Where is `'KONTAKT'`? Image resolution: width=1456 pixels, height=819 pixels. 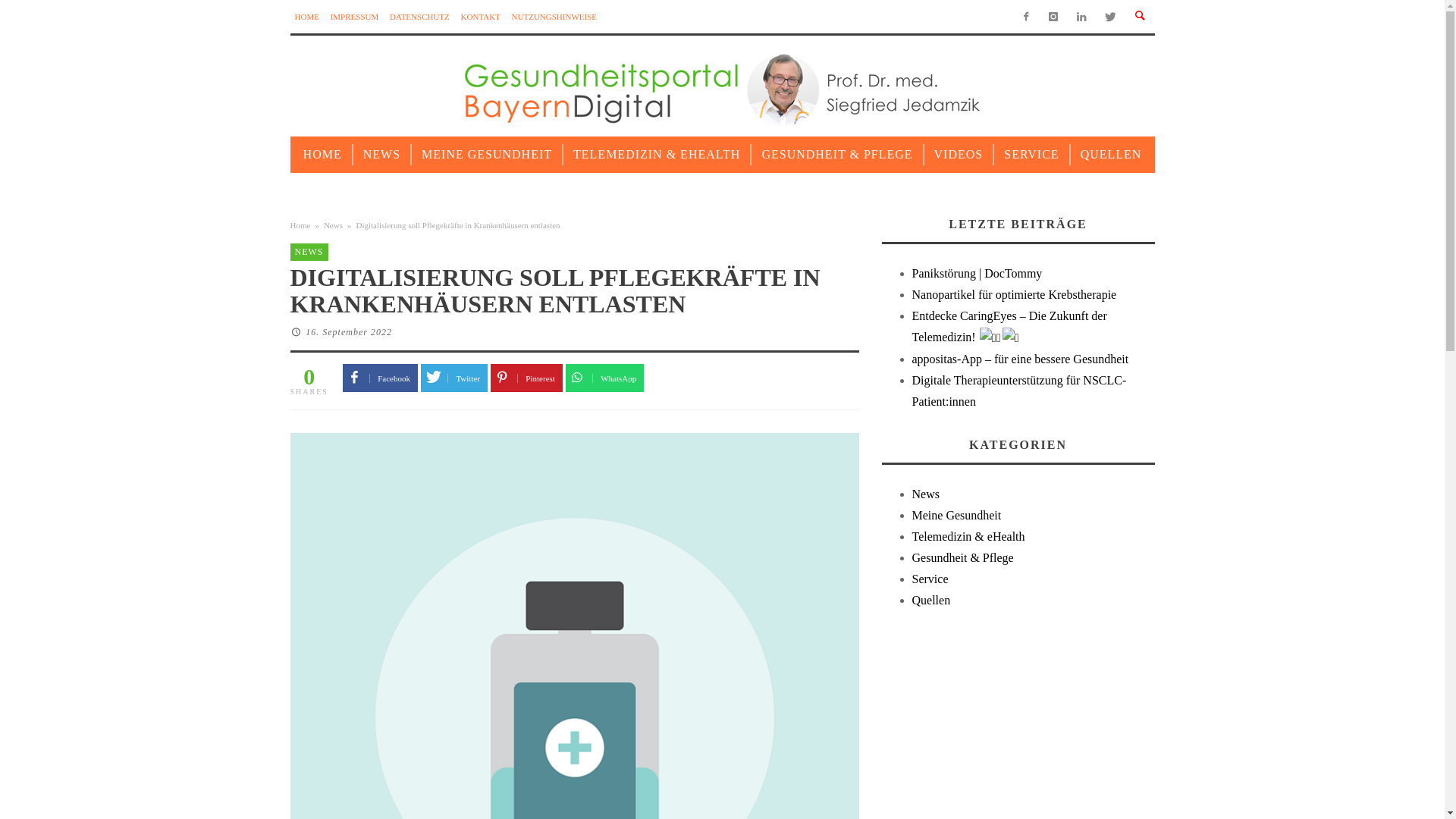 'KONTAKT' is located at coordinates (479, 17).